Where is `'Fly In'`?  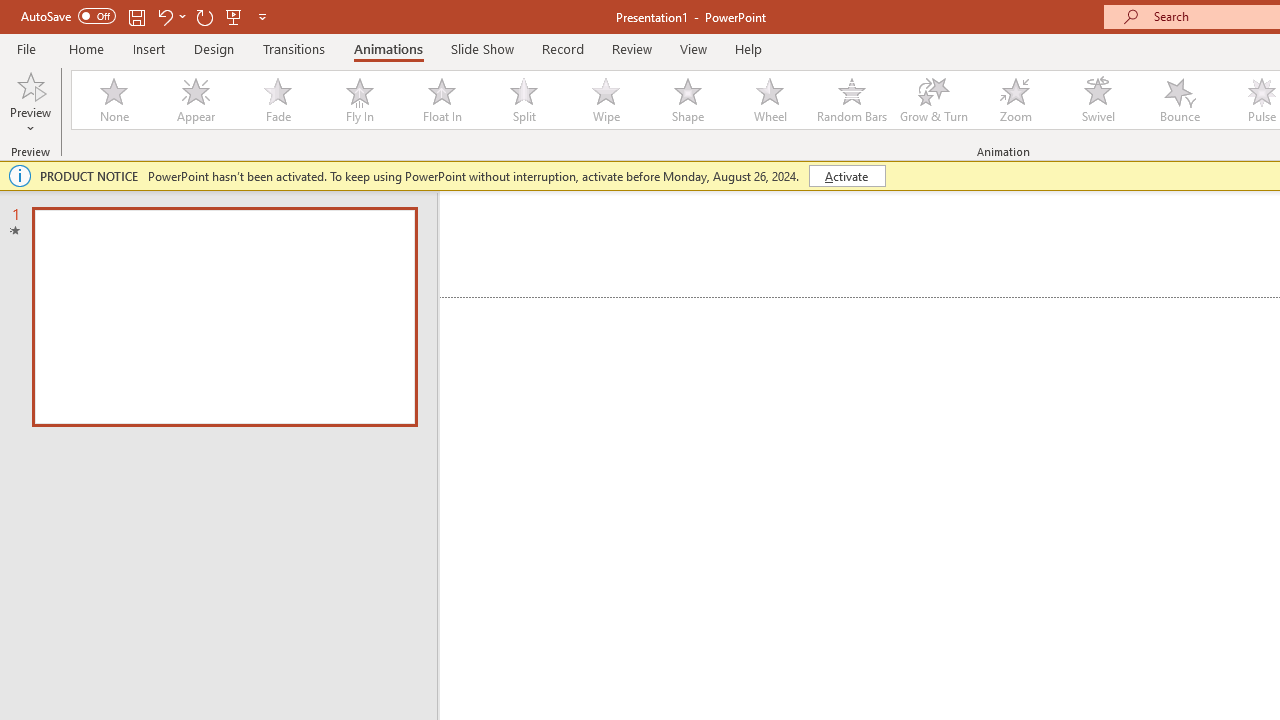 'Fly In' is located at coordinates (359, 100).